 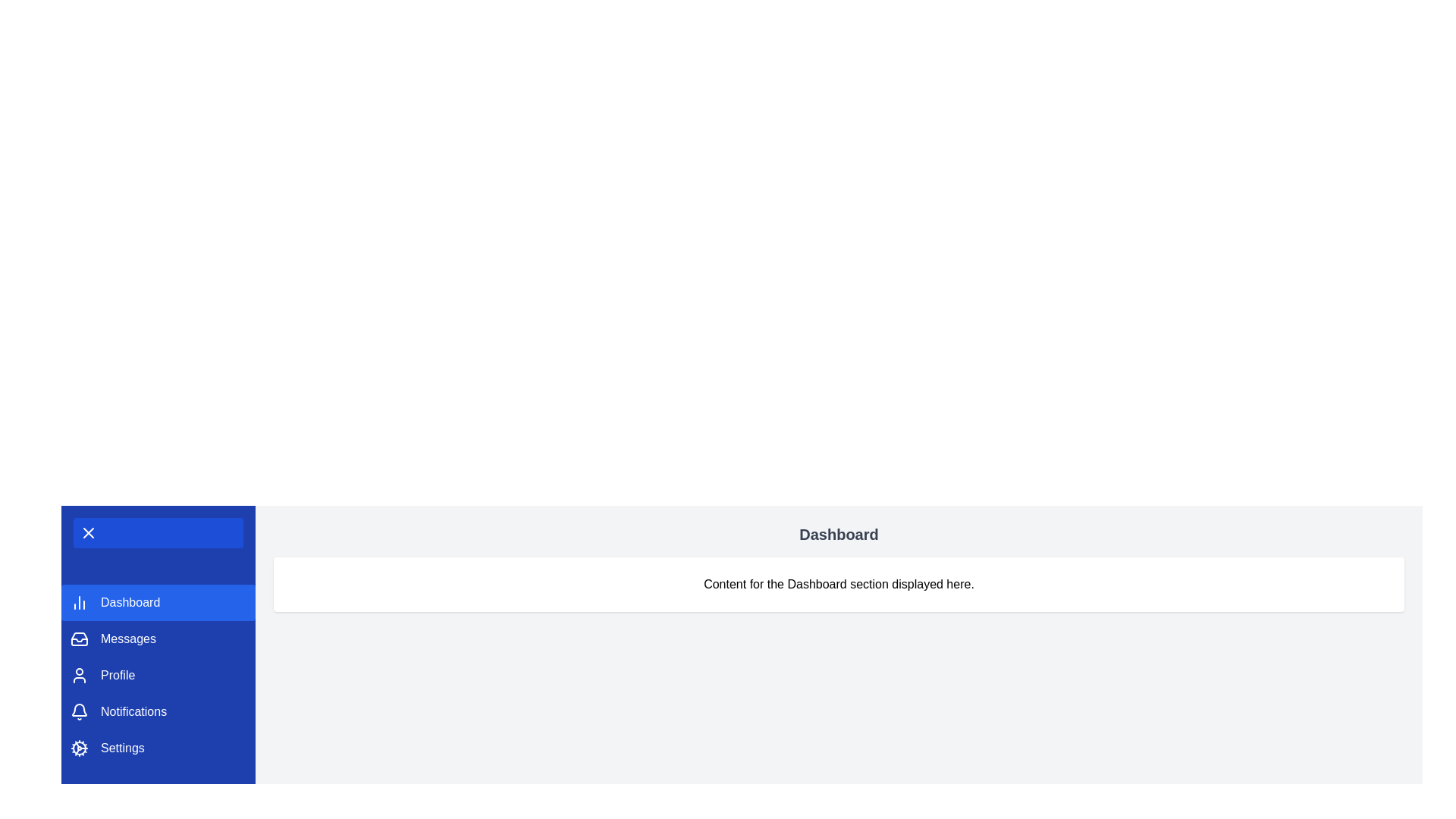 I want to click on the bell icon representing the 'Notifications' feature in the sidebar menu, so click(x=79, y=711).